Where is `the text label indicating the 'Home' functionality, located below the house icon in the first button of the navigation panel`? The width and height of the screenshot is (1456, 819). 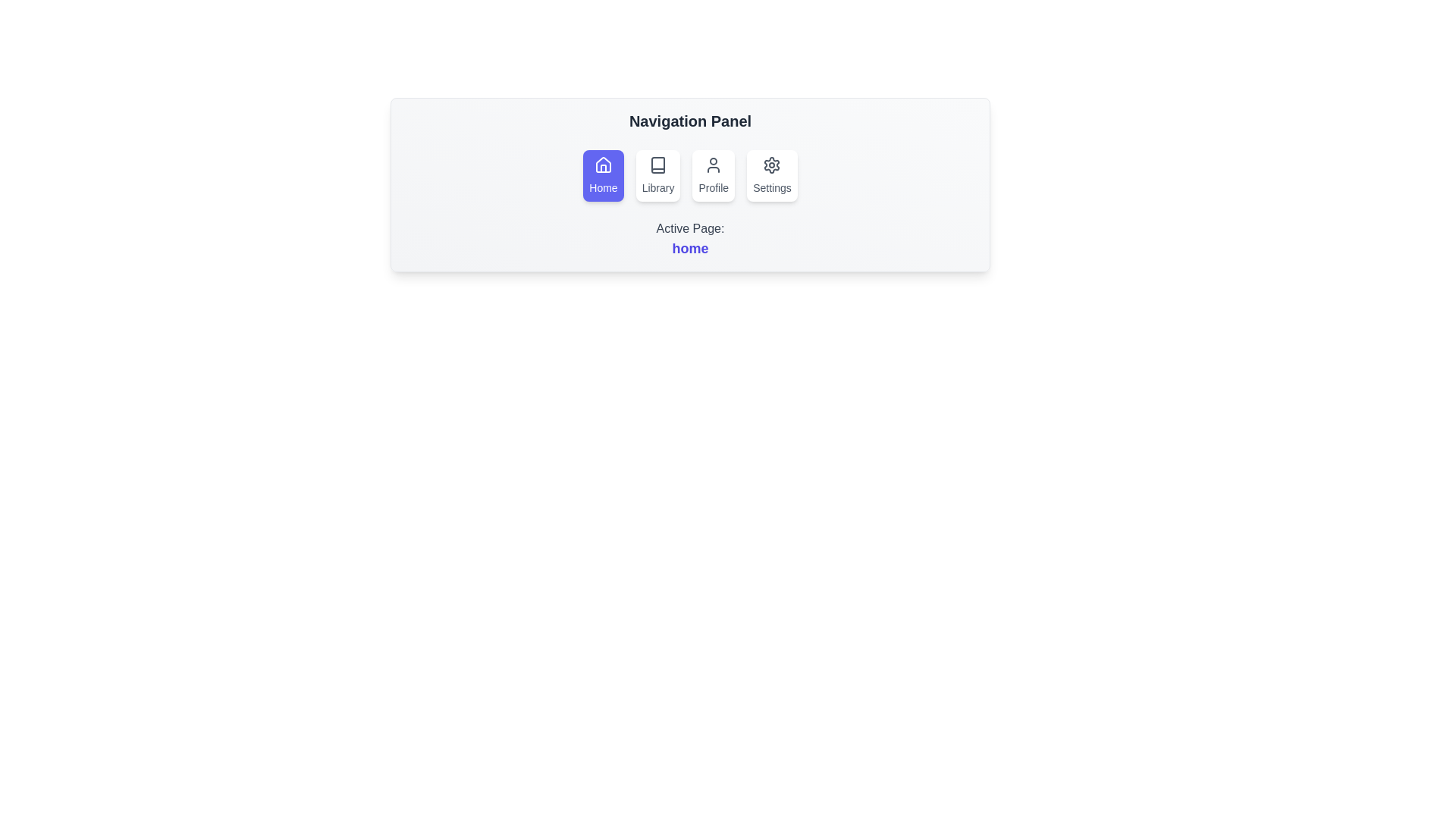
the text label indicating the 'Home' functionality, located below the house icon in the first button of the navigation panel is located at coordinates (603, 187).